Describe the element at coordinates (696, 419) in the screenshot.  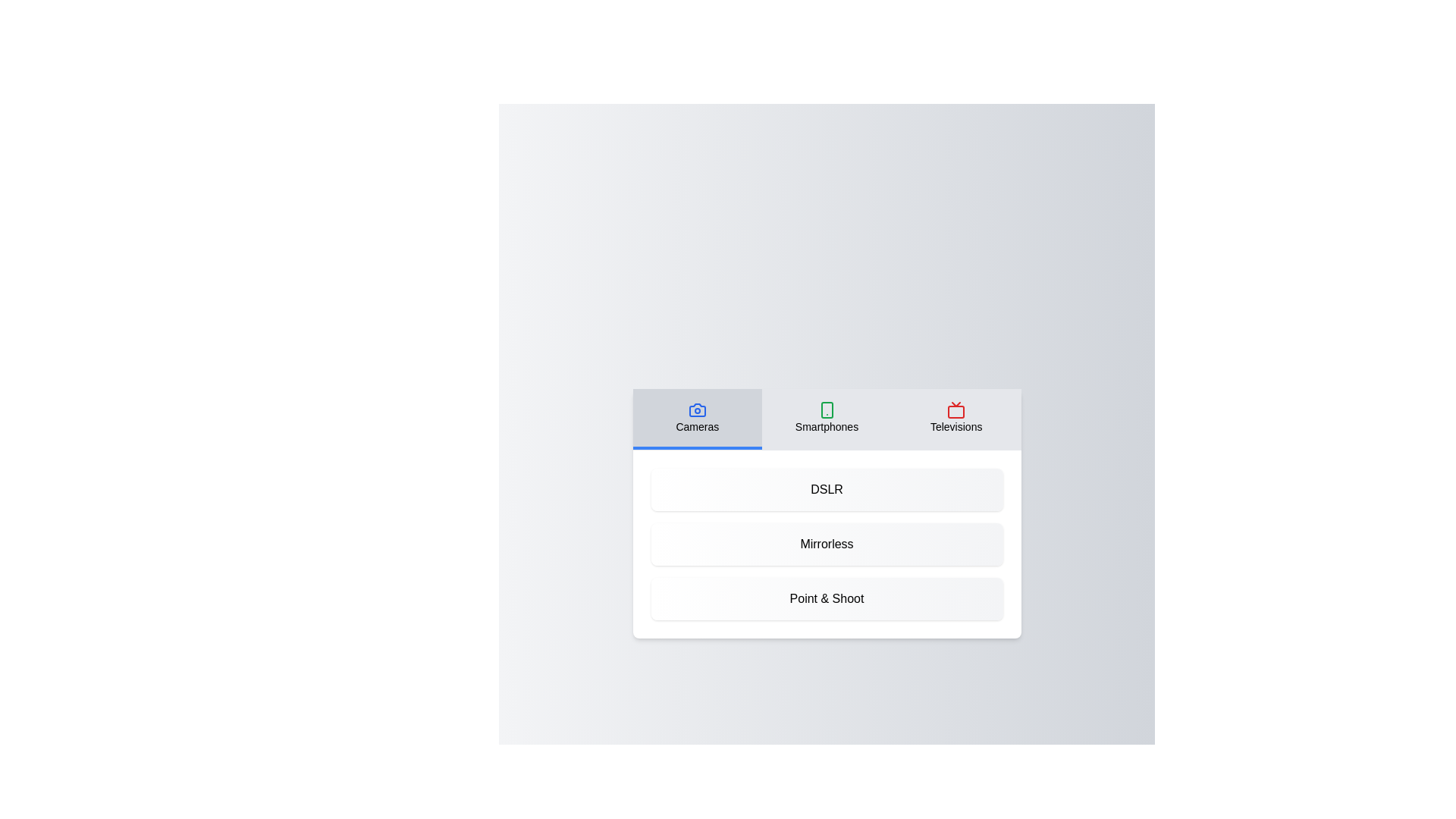
I see `the tab labeled Cameras to observe its hover effect` at that location.